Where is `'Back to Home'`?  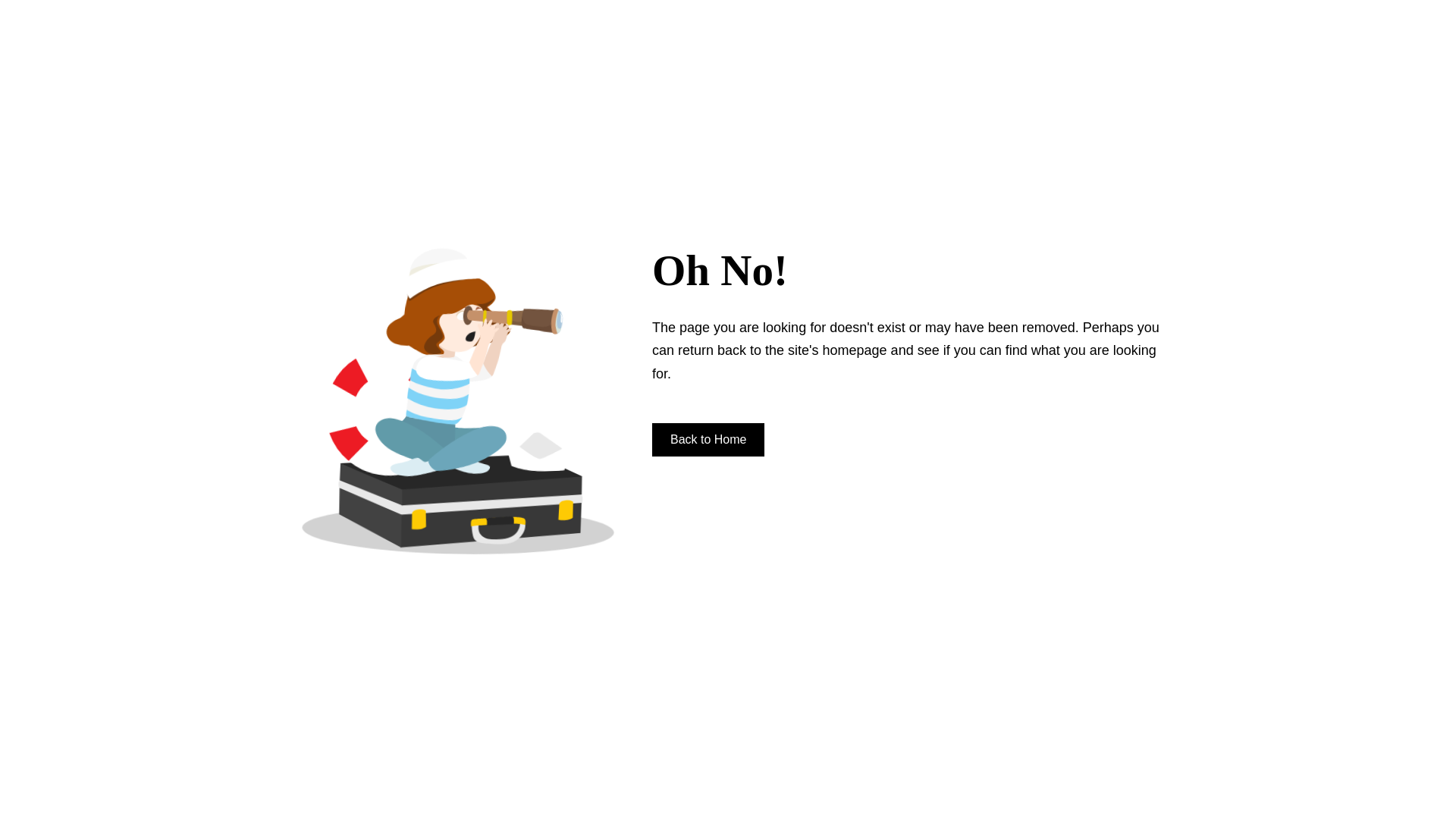
'Back to Home' is located at coordinates (708, 439).